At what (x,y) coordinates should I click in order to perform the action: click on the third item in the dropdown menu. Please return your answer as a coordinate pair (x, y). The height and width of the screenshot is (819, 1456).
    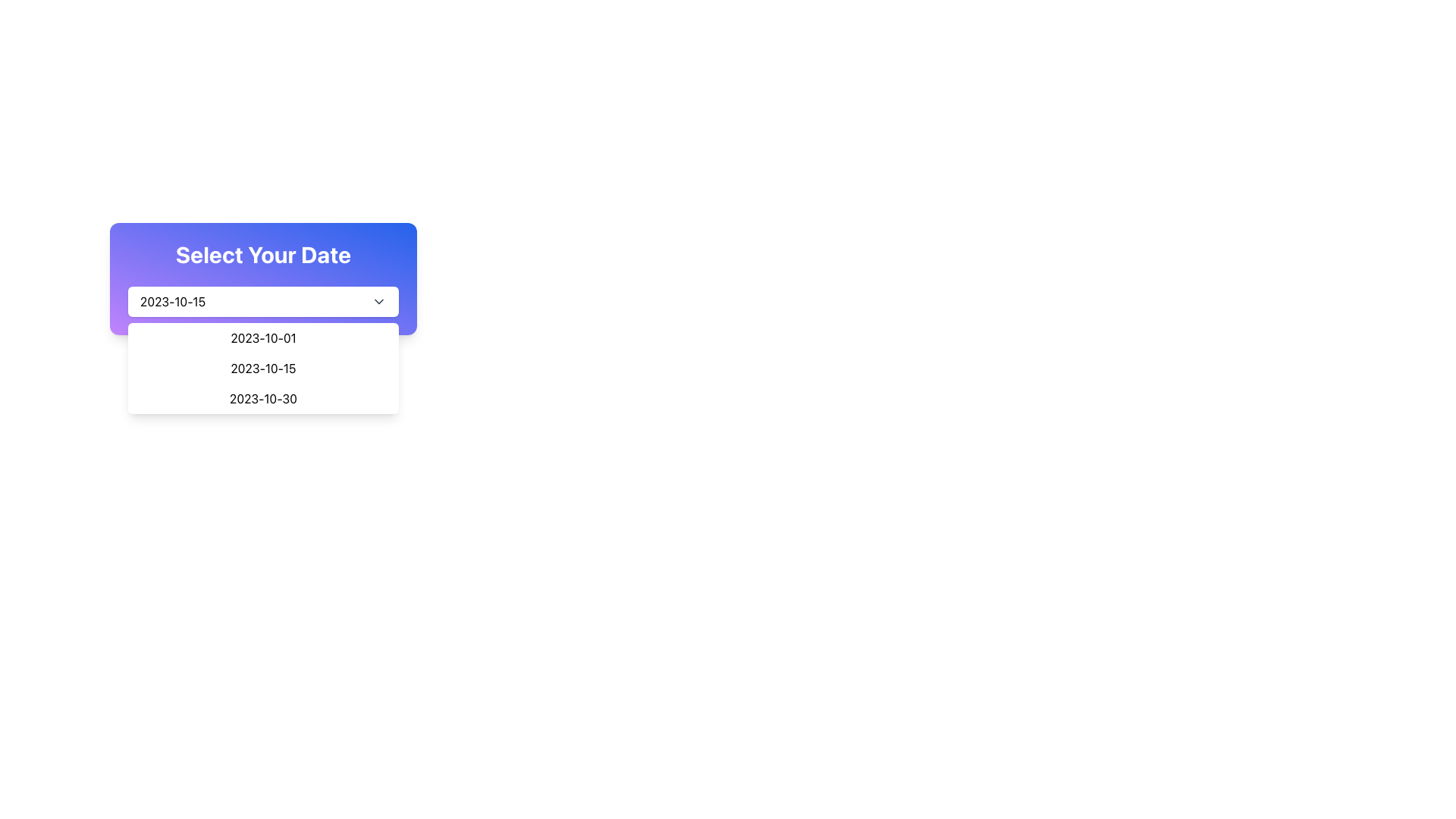
    Looking at the image, I should click on (263, 397).